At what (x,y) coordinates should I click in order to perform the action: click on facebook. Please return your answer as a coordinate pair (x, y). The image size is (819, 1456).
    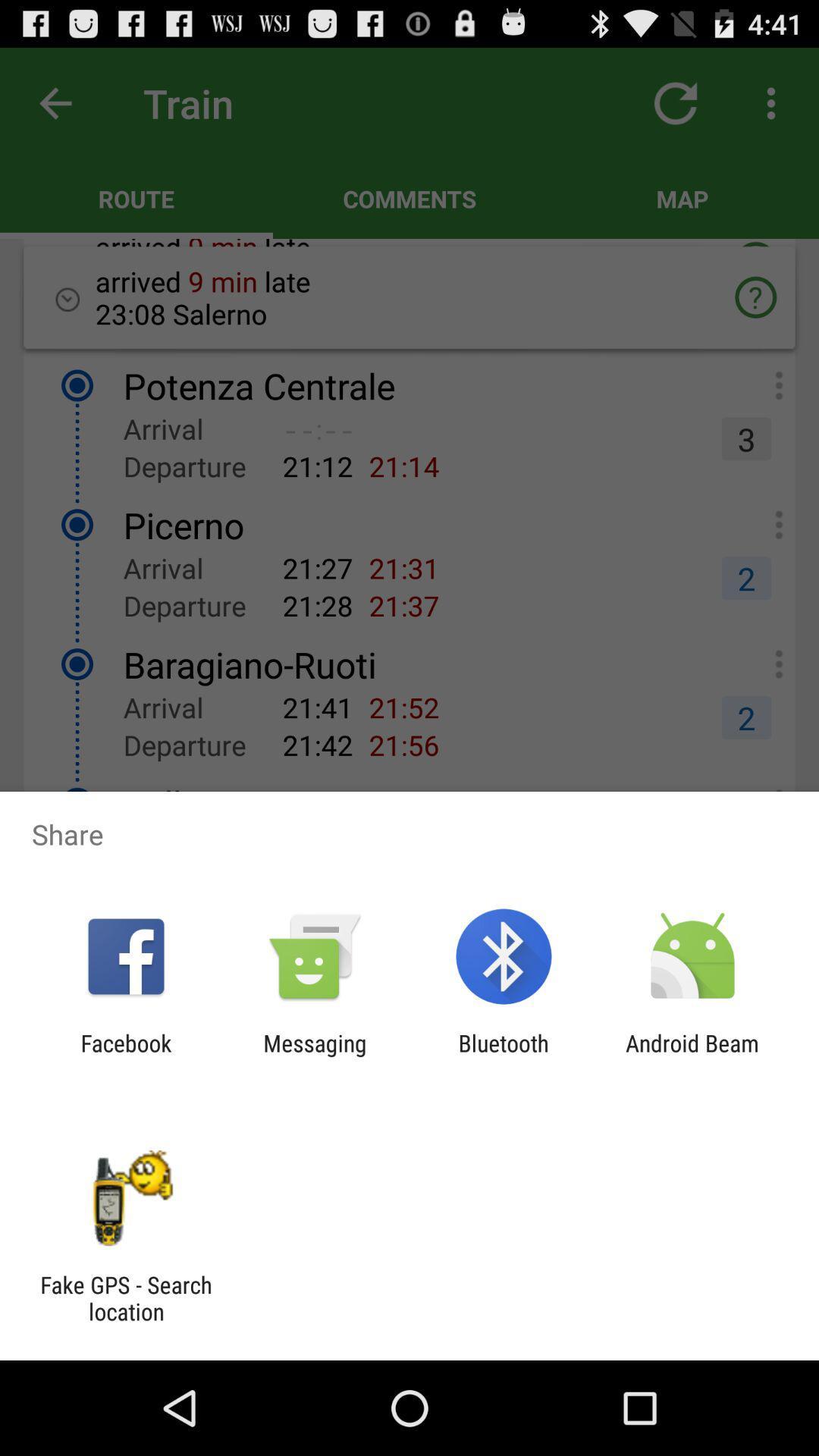
    Looking at the image, I should click on (125, 1056).